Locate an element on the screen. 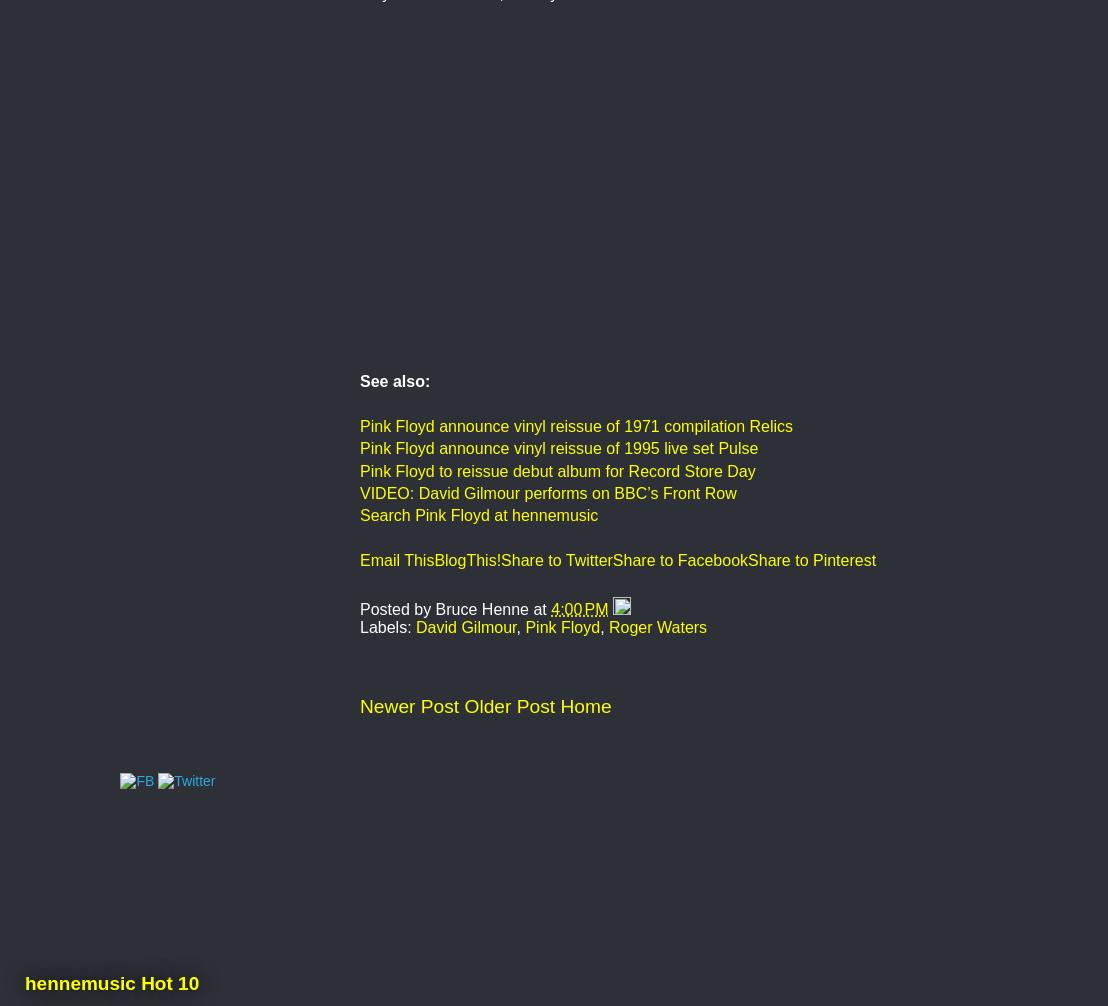 This screenshot has height=1006, width=1108. 'Pink Floyd announce vinyl reissue of 1995 live set Pulse' is located at coordinates (558, 447).